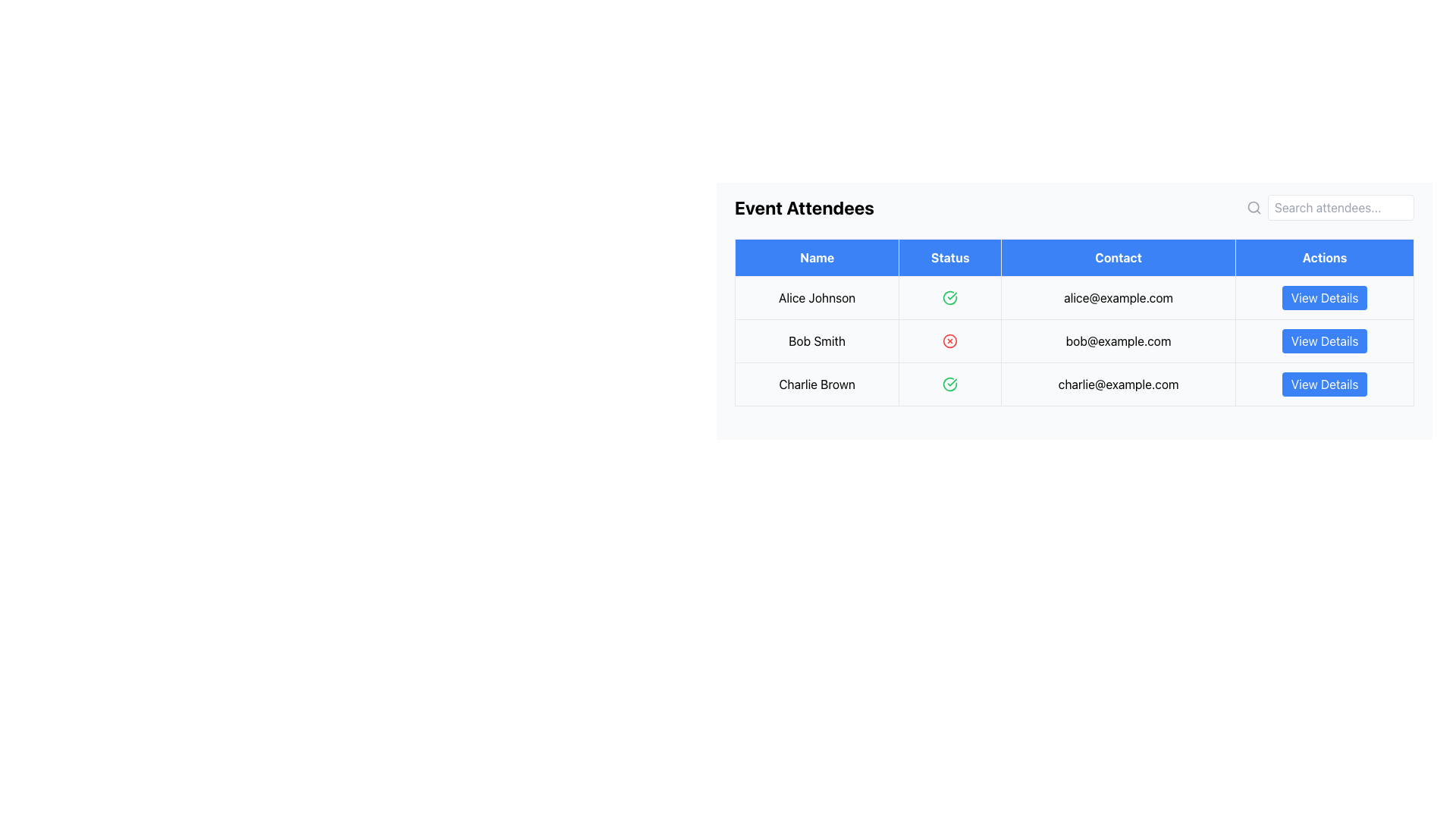 This screenshot has width=1456, height=819. What do you see at coordinates (1324, 298) in the screenshot?
I see `the button in the Actions column of the first row to change its visual state` at bounding box center [1324, 298].